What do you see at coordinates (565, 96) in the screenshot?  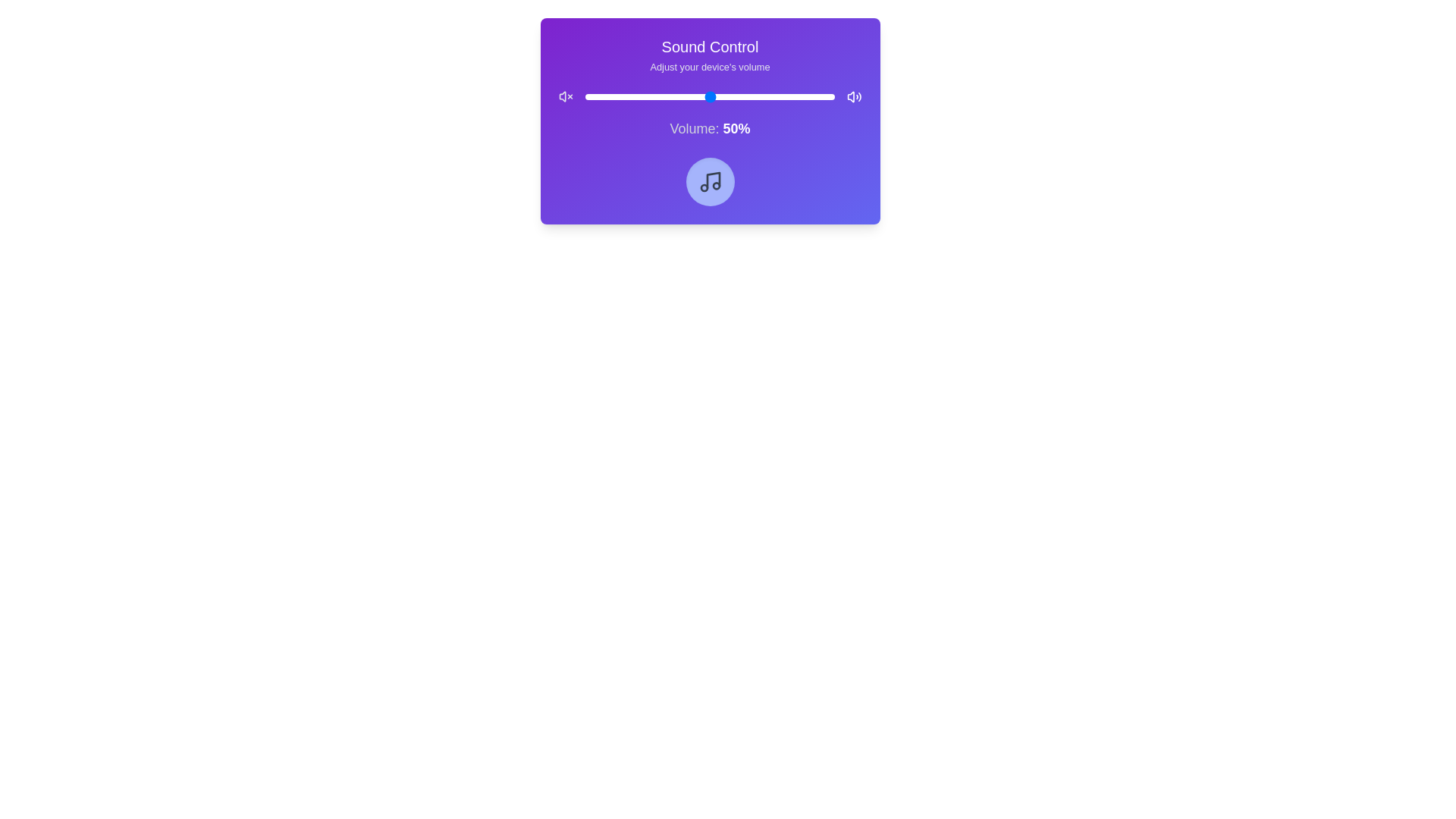 I see `the left volume icon` at bounding box center [565, 96].